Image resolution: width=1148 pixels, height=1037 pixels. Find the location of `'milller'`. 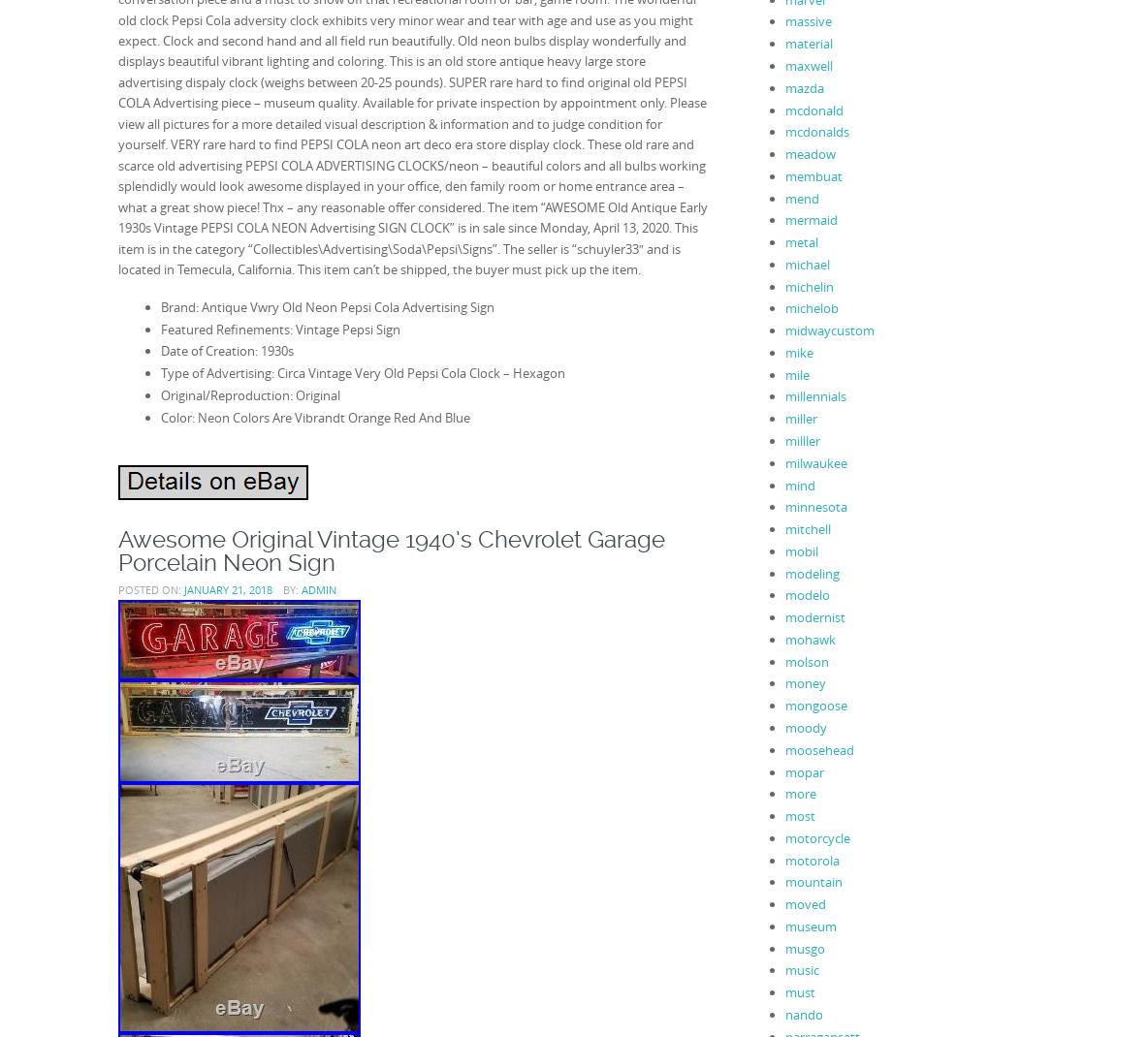

'milller' is located at coordinates (802, 440).